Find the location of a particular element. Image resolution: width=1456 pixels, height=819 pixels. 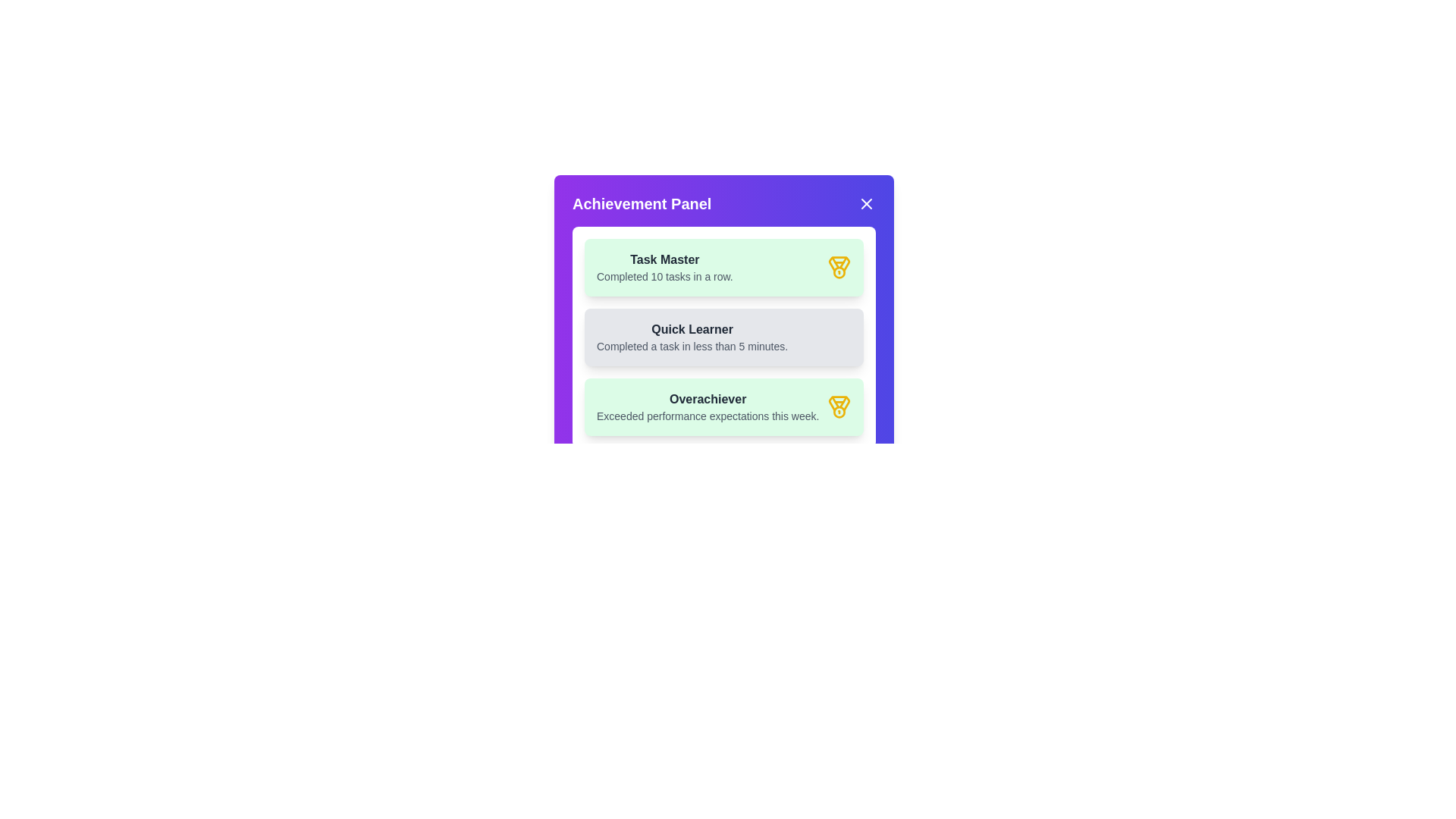

the Display card that has a green background, contains the text 'Overachiever' and a yellow medal icon, positioned at the bottom of the card list is located at coordinates (723, 406).